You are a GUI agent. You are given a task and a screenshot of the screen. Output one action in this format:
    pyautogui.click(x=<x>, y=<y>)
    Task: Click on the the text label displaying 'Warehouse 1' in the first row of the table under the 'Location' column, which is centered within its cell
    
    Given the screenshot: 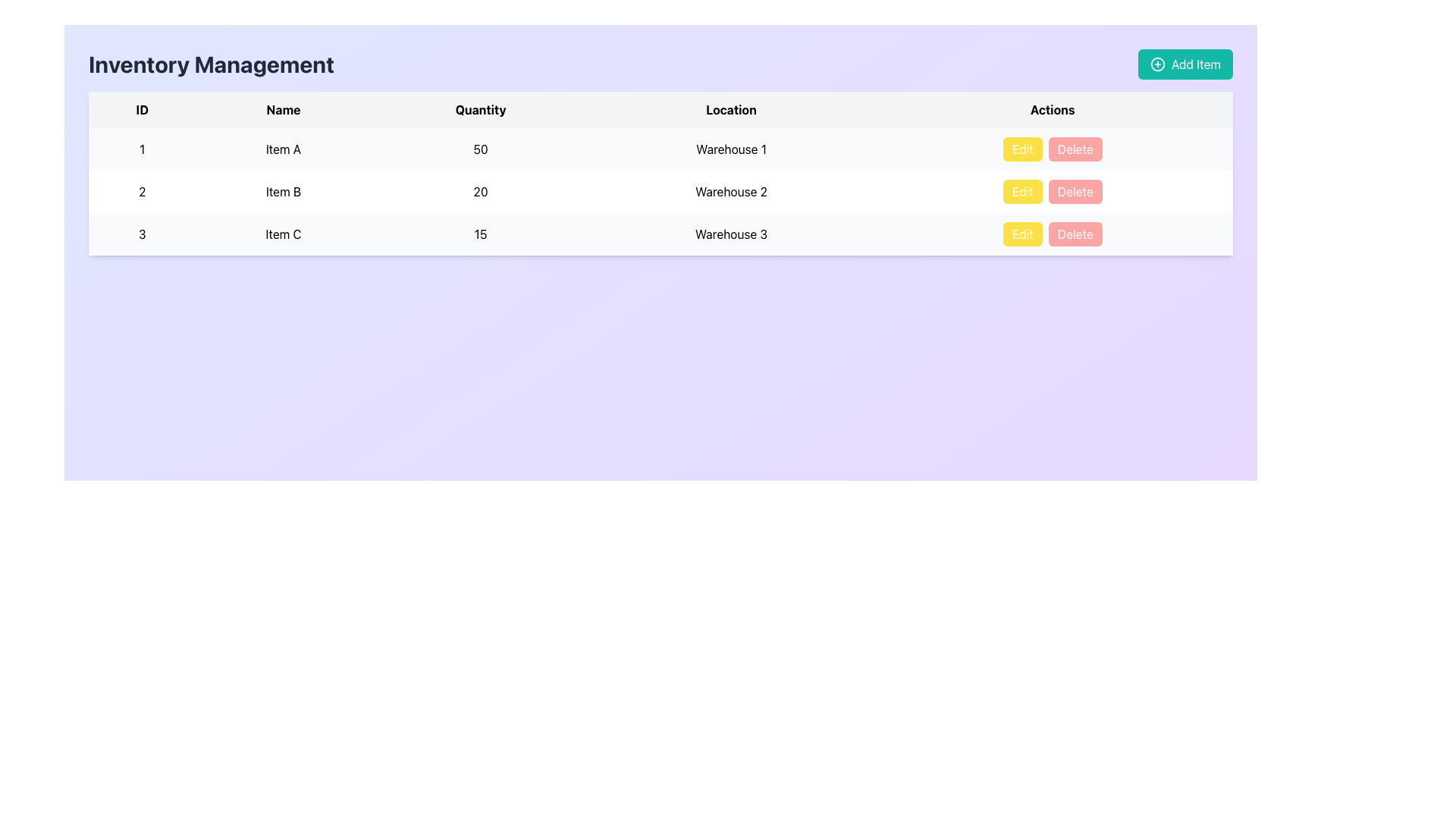 What is the action you would take?
    pyautogui.click(x=731, y=149)
    